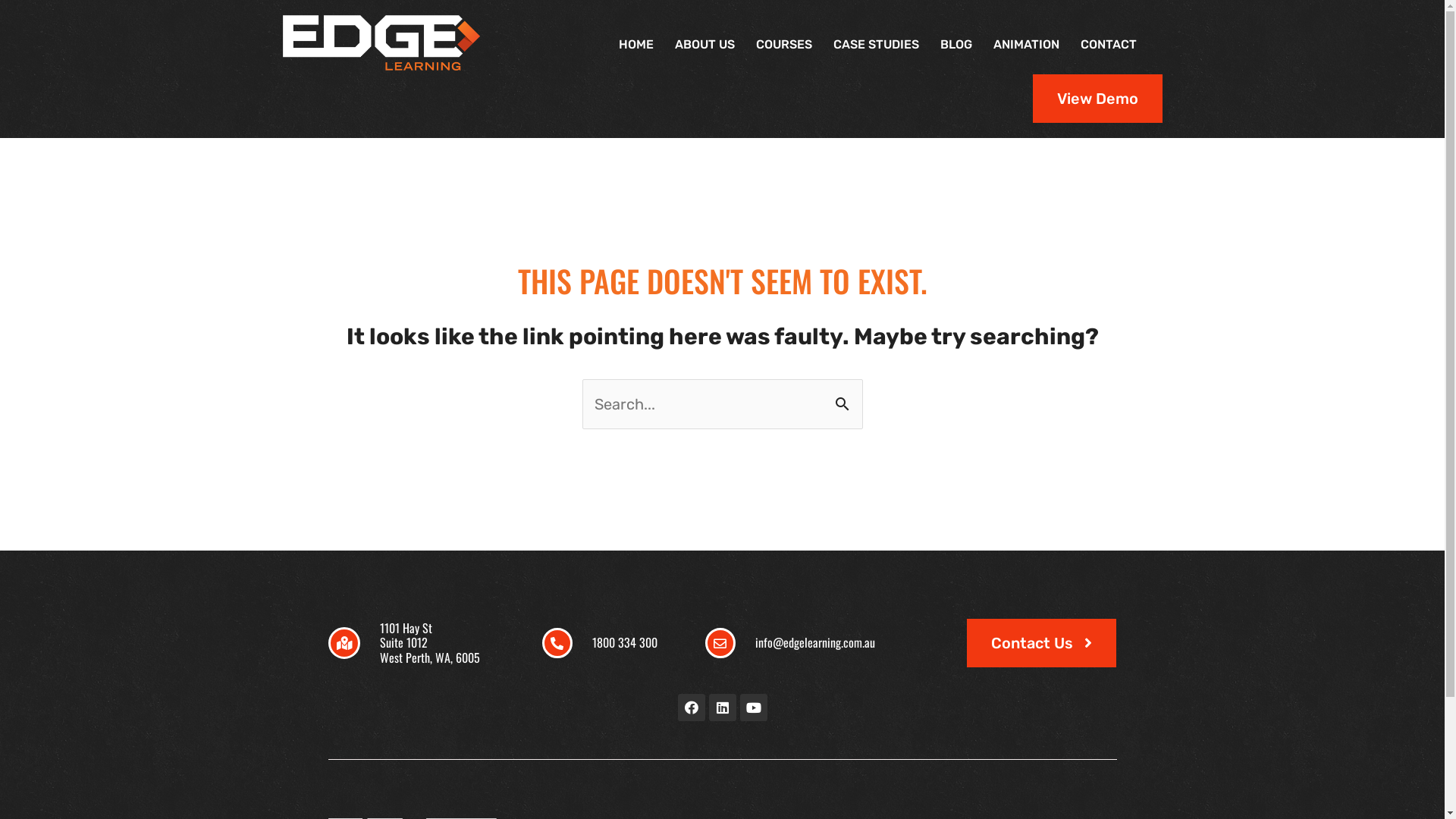  What do you see at coordinates (664, 43) in the screenshot?
I see `'ABOUT US'` at bounding box center [664, 43].